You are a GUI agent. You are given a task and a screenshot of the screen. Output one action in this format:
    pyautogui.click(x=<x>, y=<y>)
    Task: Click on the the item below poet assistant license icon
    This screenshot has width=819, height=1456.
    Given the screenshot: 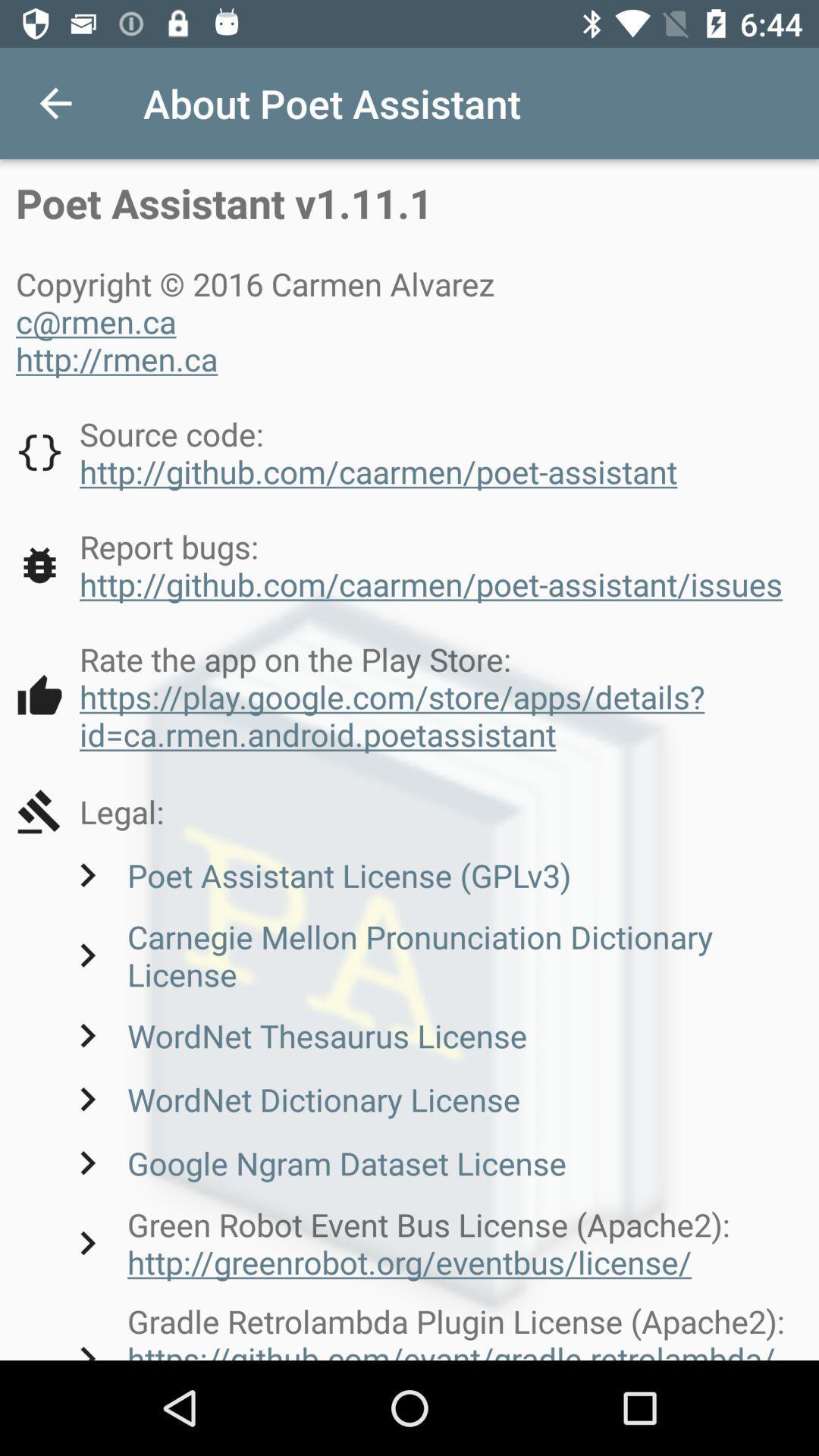 What is the action you would take?
    pyautogui.click(x=433, y=954)
    